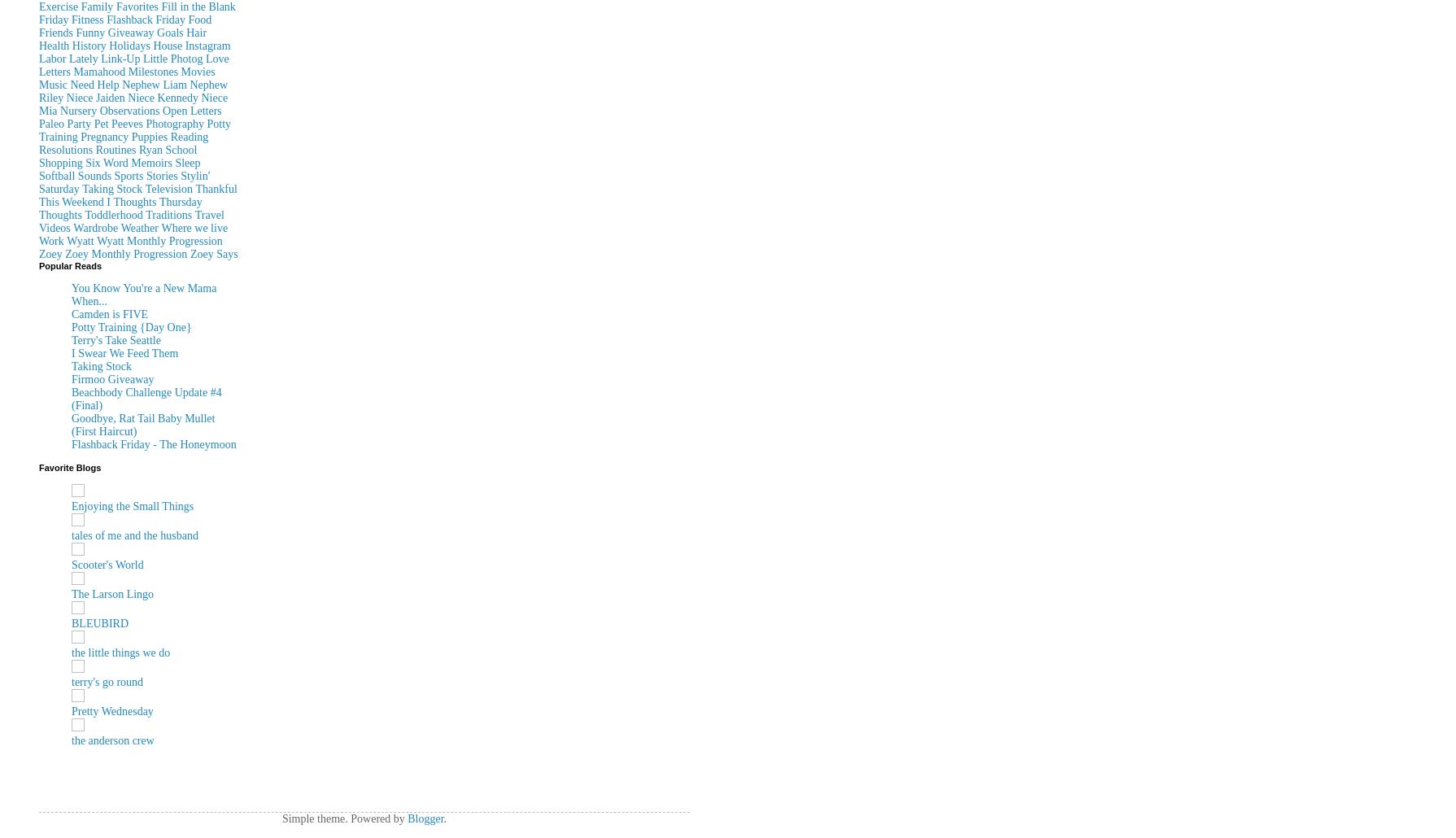 Image resolution: width=1456 pixels, height=838 pixels. Describe the element at coordinates (133, 90) in the screenshot. I see `'Nephew Riley'` at that location.